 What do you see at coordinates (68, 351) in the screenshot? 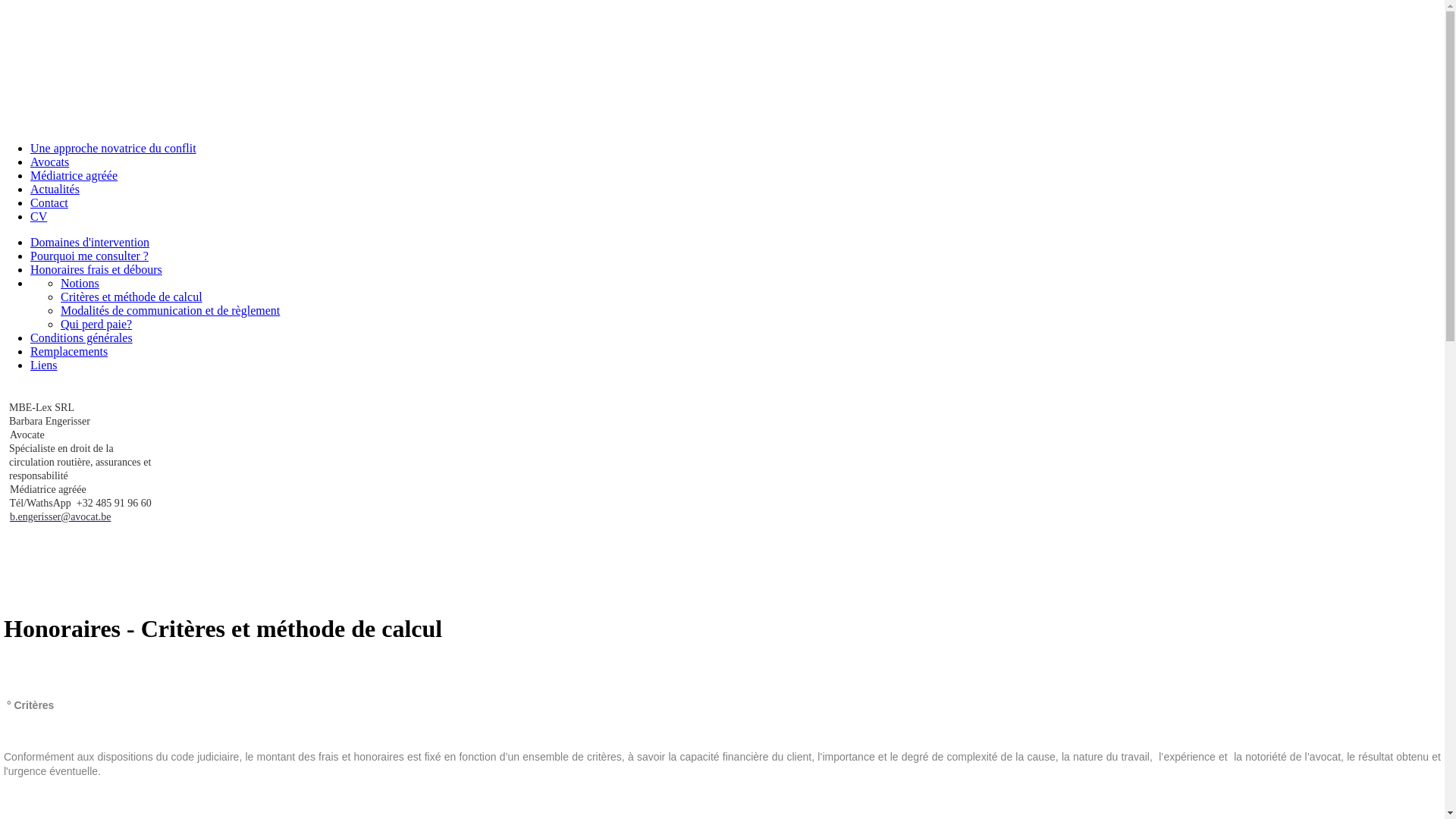
I see `'Remplacements'` at bounding box center [68, 351].